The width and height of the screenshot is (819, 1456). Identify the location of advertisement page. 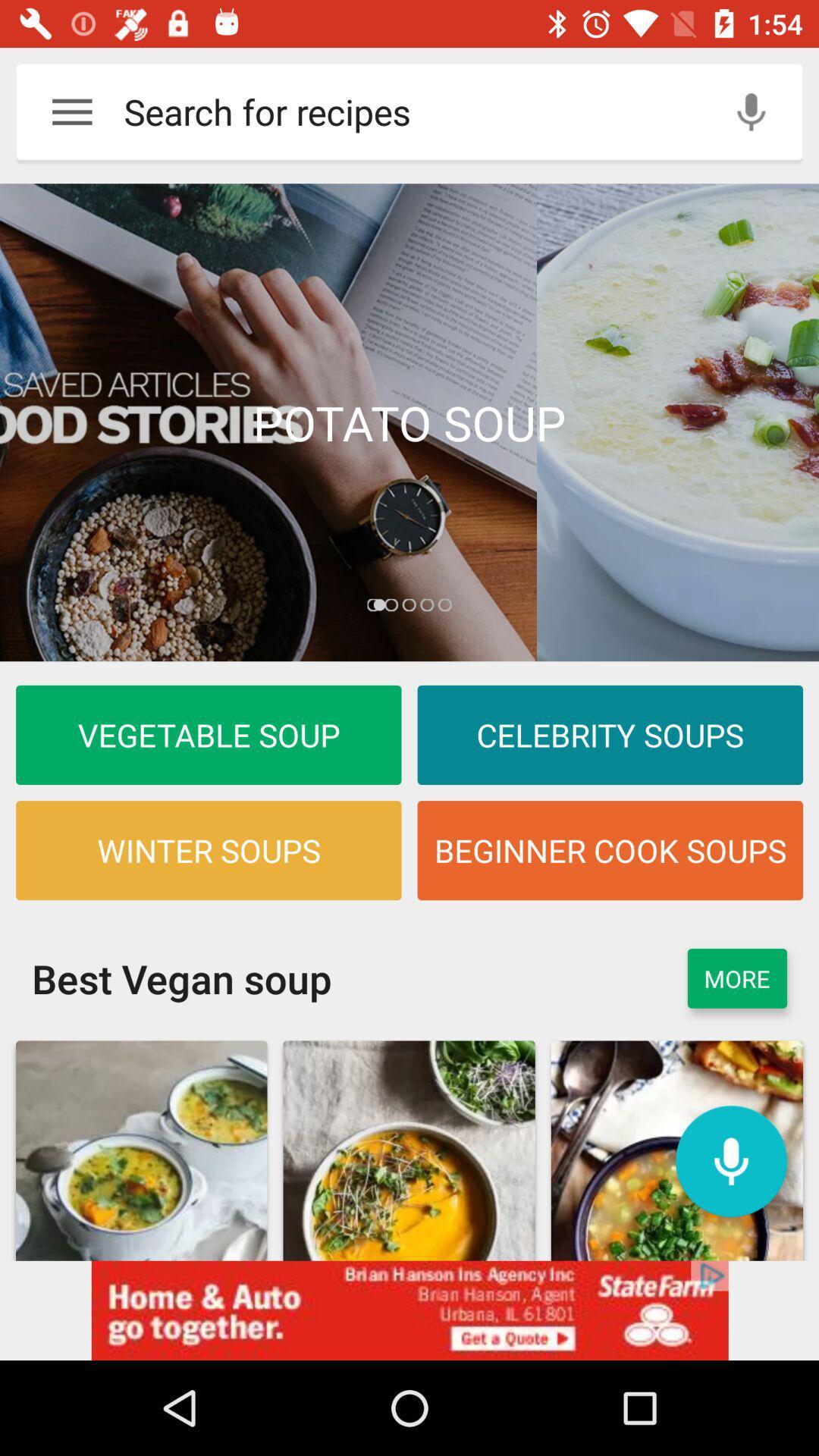
(409, 422).